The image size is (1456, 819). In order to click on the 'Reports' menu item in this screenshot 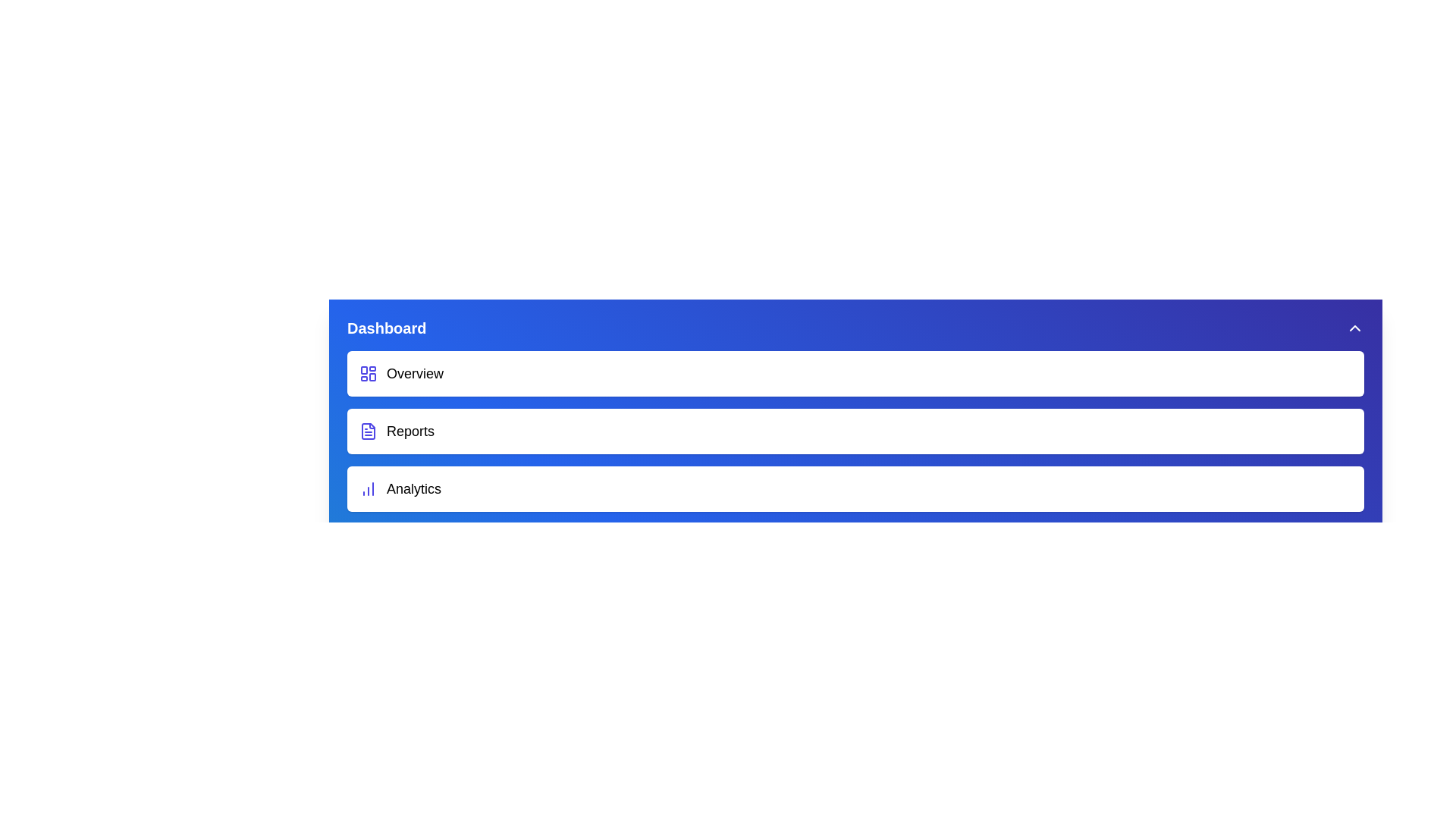, I will do `click(855, 431)`.